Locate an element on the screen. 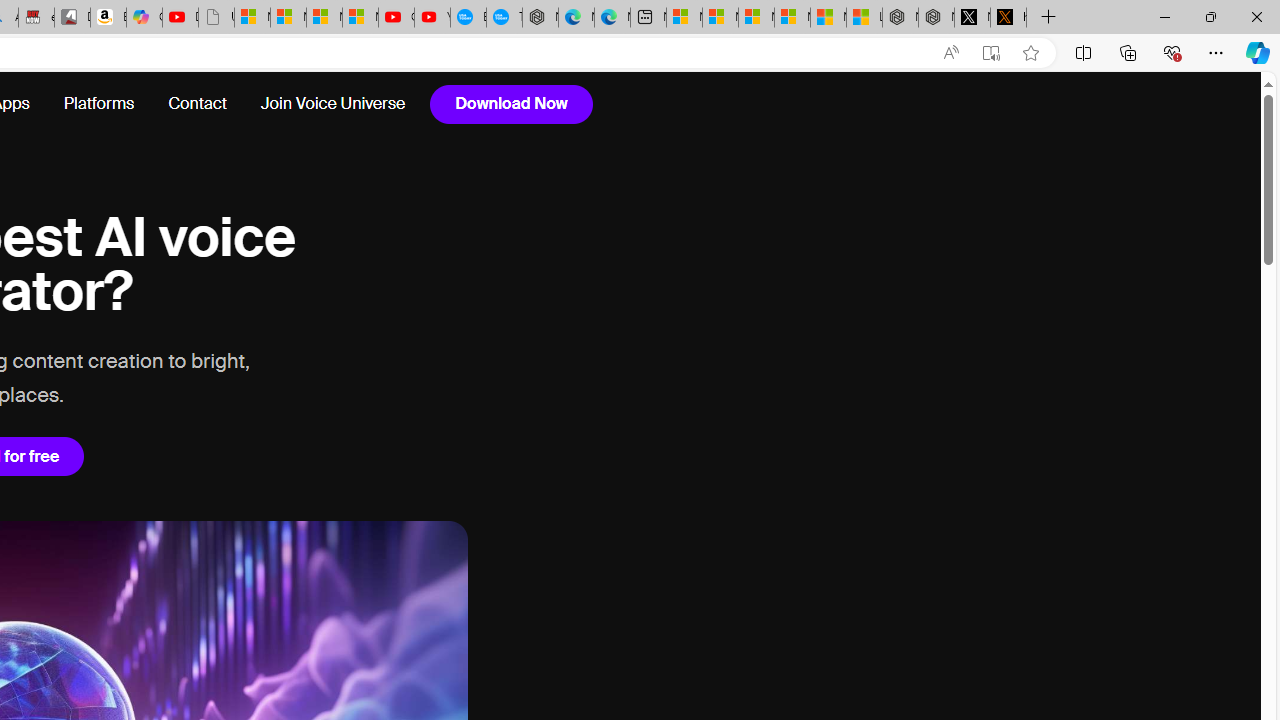 The image size is (1280, 720). 'Nordace (@NordaceOfficial) / X' is located at coordinates (972, 17).